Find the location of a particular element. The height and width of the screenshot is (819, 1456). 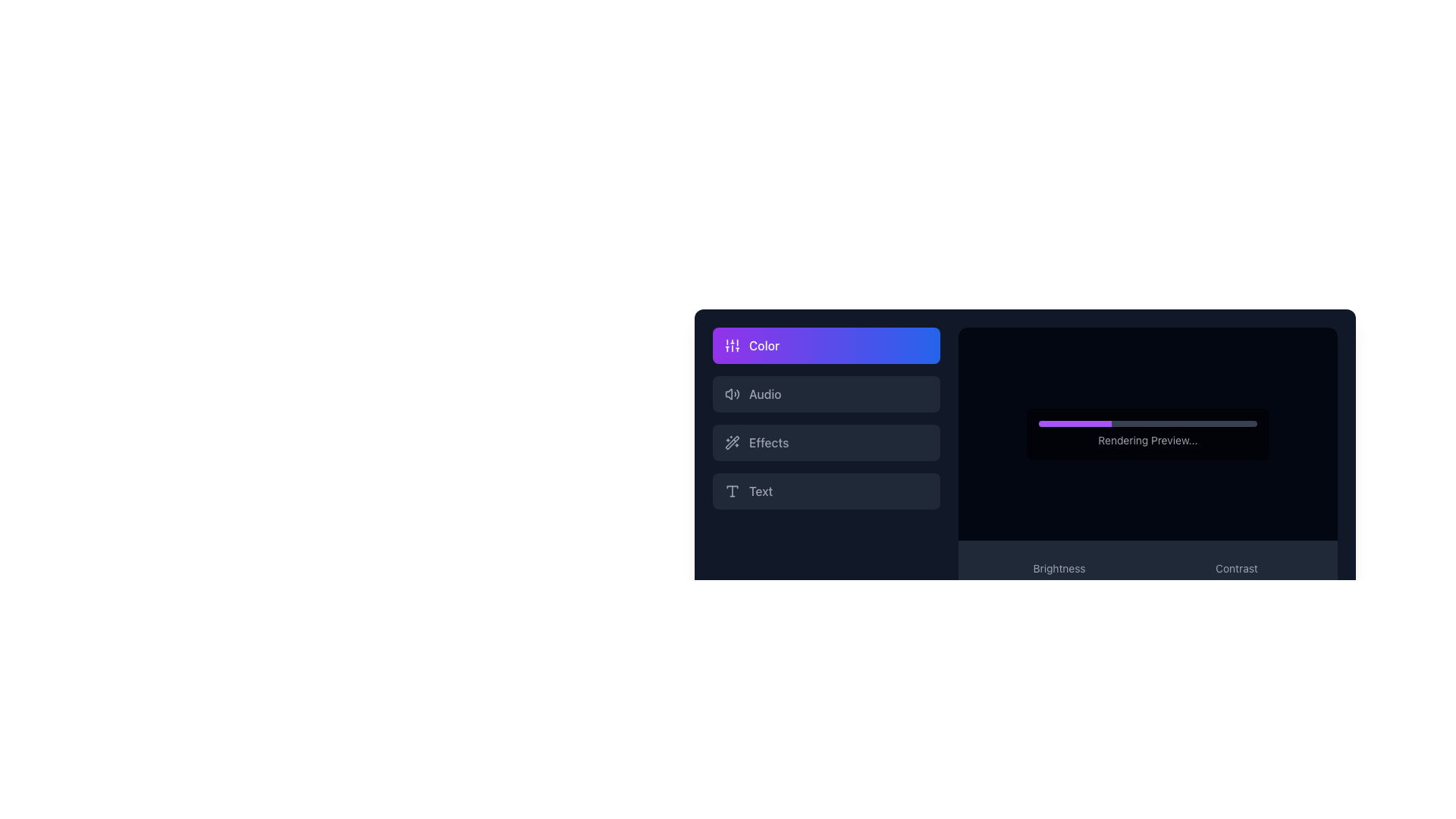

brightness is located at coordinates (1058, 588).